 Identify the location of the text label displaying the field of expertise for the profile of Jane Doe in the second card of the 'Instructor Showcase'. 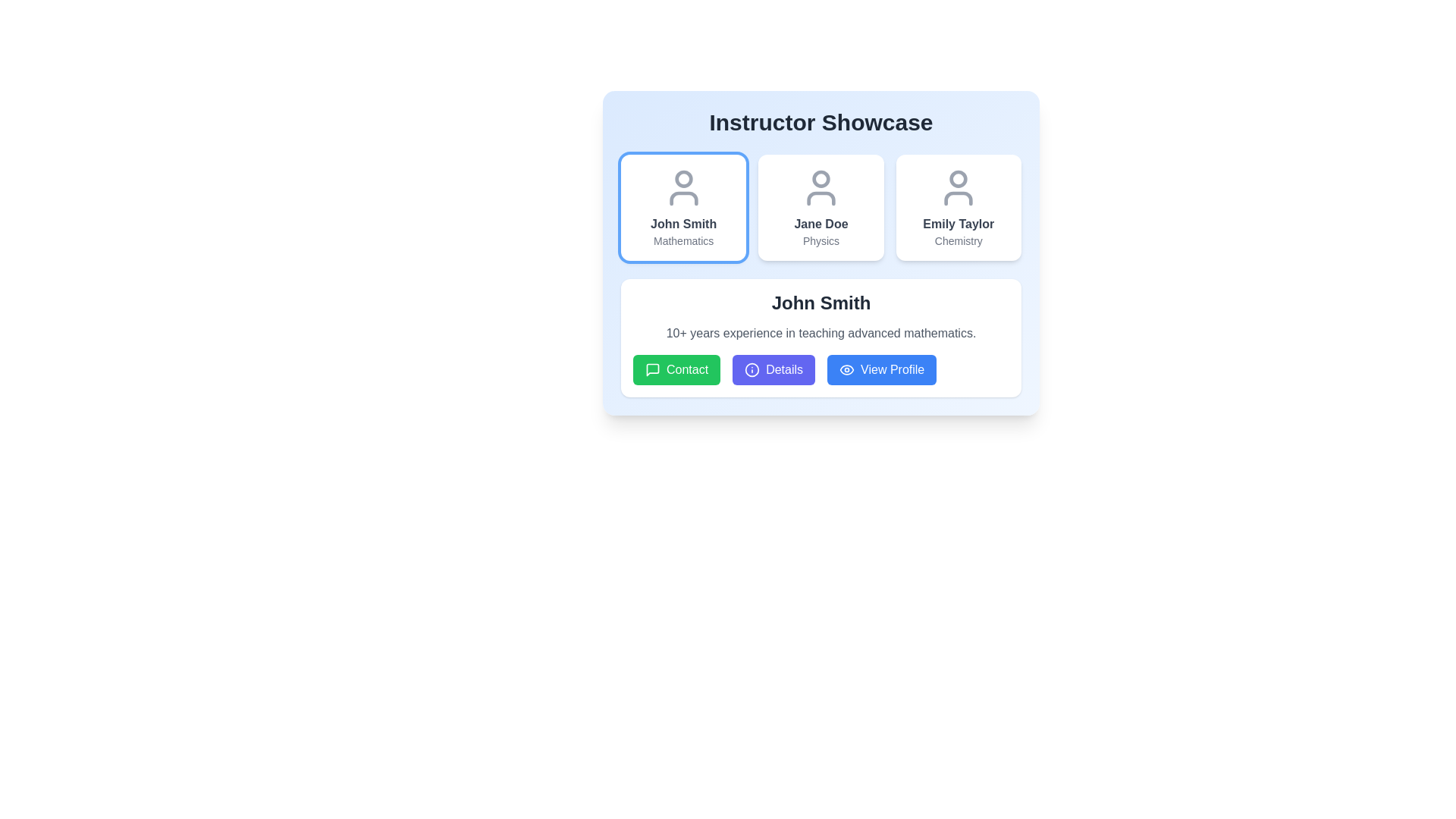
(821, 240).